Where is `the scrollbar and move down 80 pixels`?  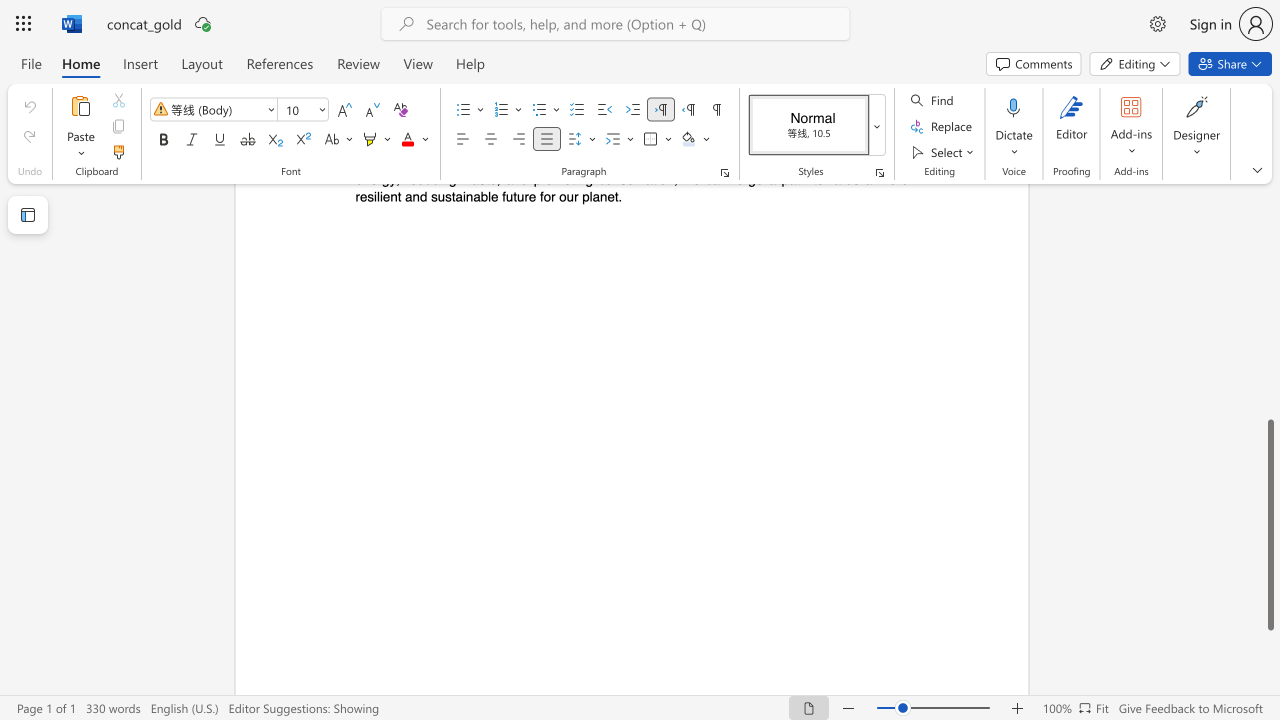
the scrollbar and move down 80 pixels is located at coordinates (1269, 524).